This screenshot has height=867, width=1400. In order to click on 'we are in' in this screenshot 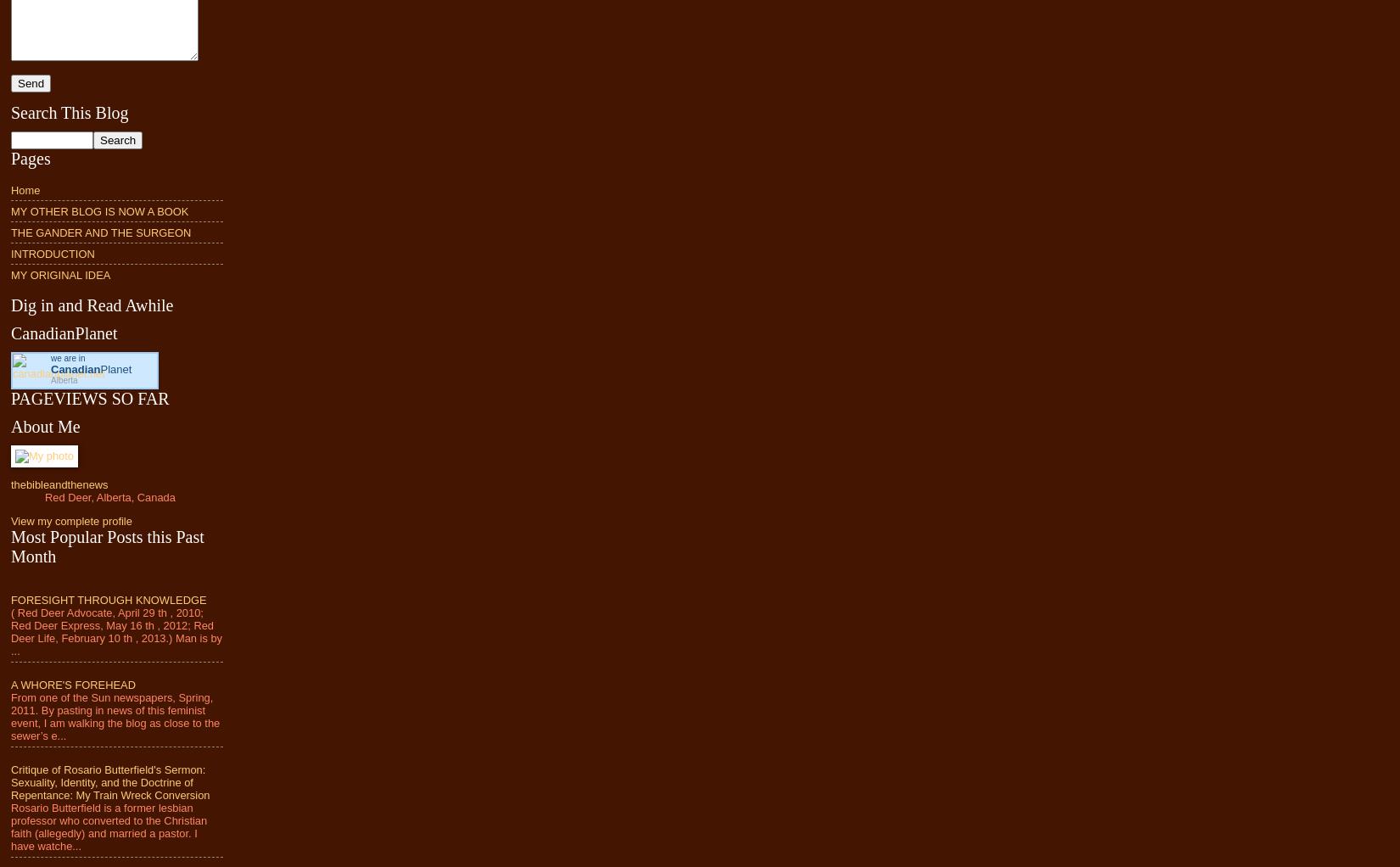, I will do `click(51, 357)`.